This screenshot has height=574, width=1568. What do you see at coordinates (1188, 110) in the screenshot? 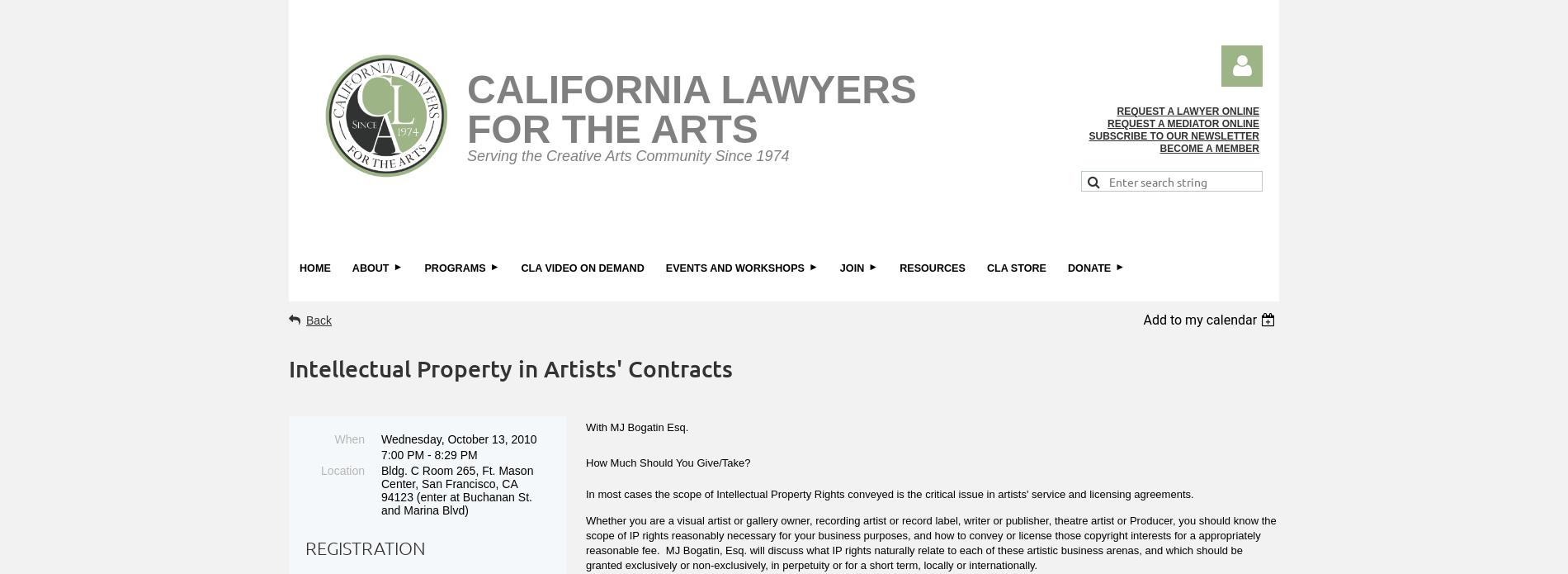
I see `'REQUEST A LAWYER ONLINE'` at bounding box center [1188, 110].